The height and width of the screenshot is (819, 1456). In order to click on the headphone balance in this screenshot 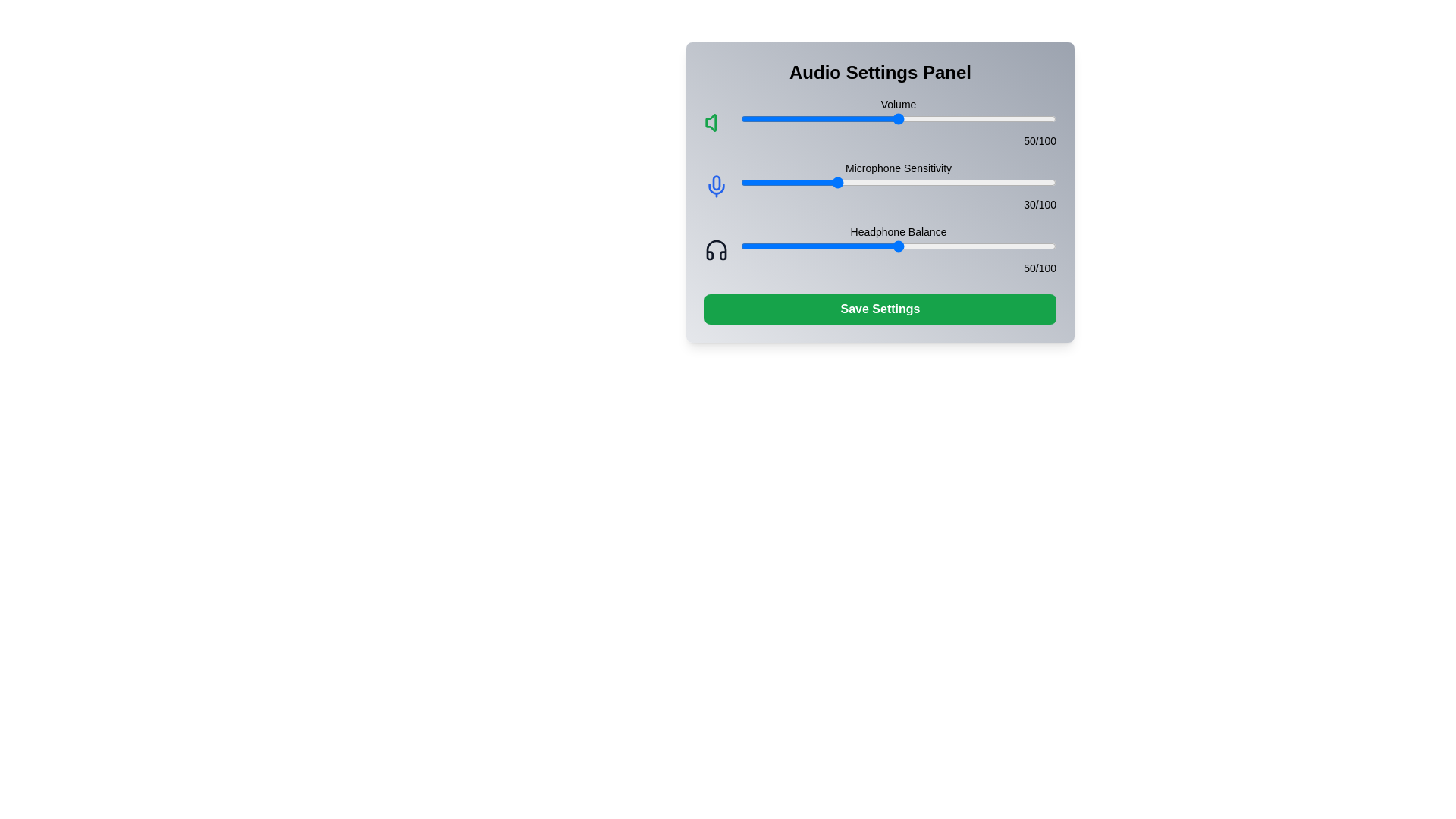, I will do `click(974, 245)`.